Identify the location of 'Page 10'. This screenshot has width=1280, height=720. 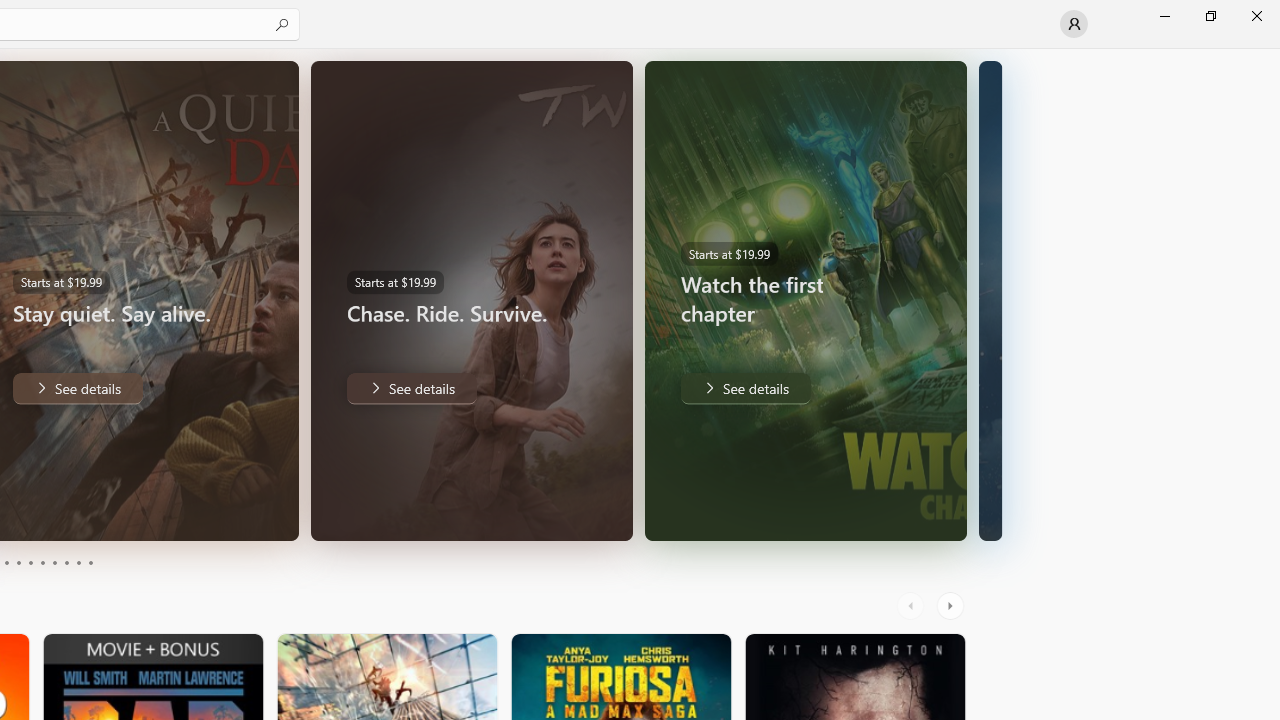
(89, 563).